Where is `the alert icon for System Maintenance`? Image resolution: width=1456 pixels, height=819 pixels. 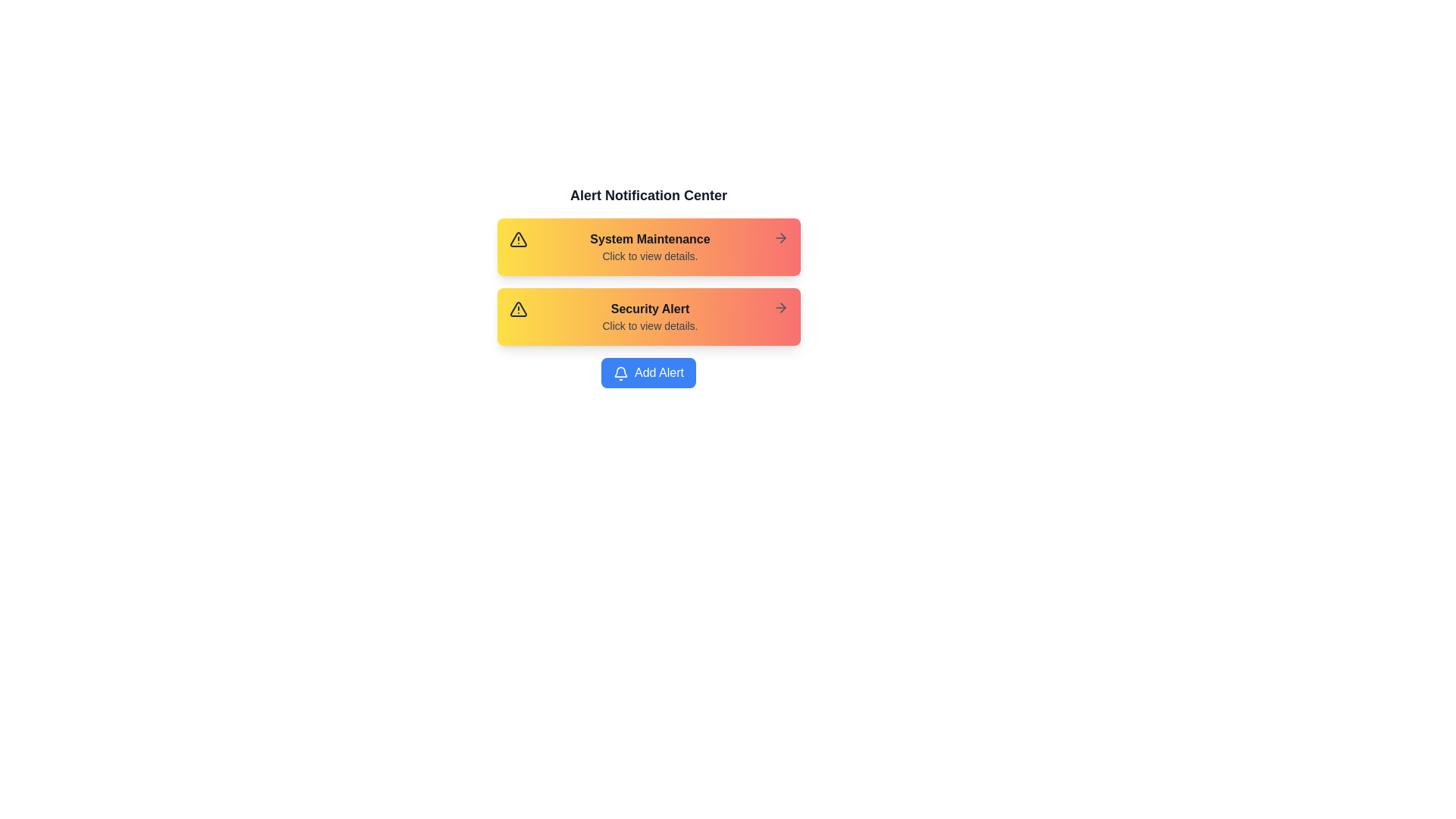 the alert icon for System Maintenance is located at coordinates (518, 239).